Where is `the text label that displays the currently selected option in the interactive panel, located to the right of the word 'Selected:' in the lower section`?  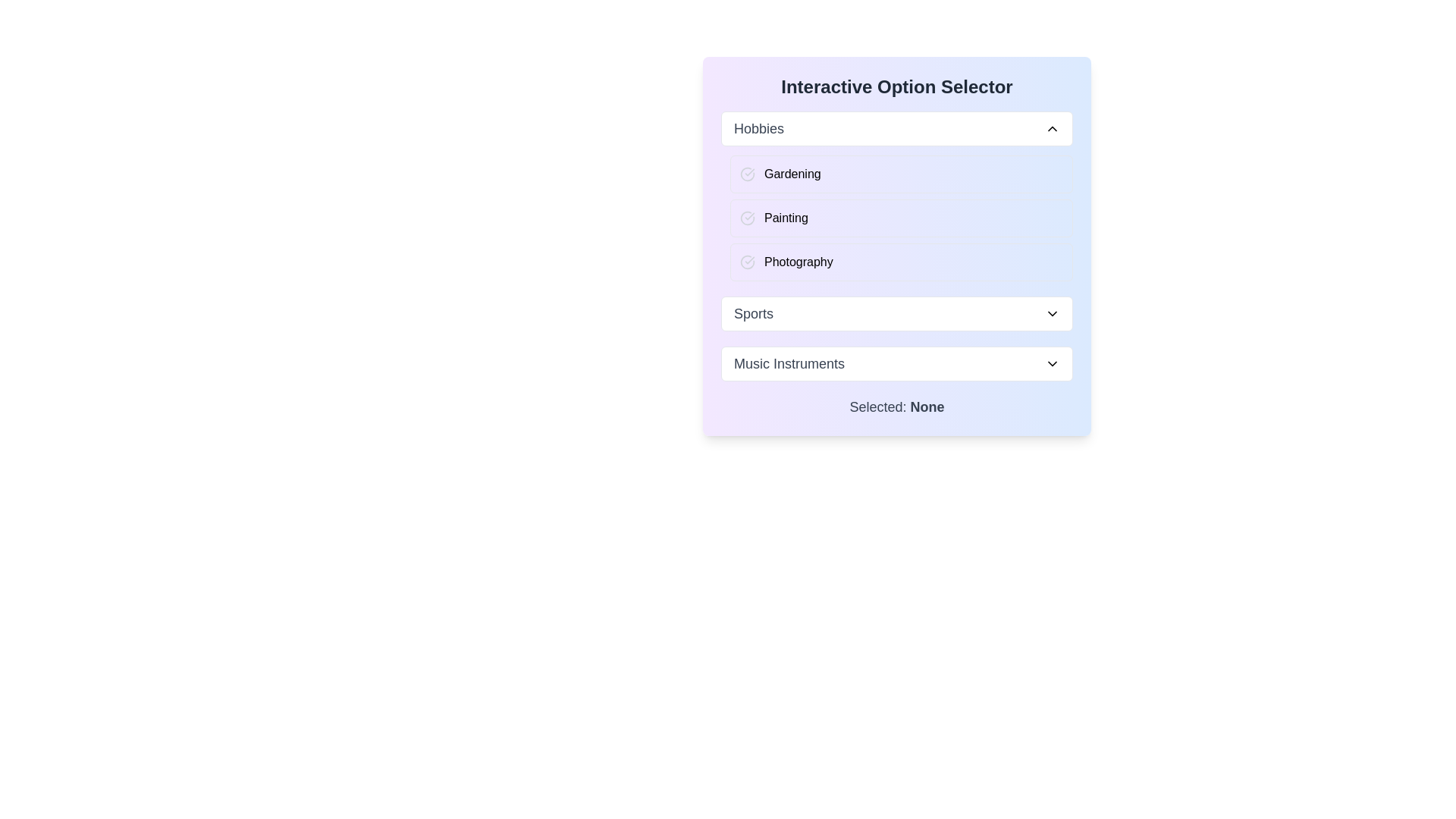
the text label that displays the currently selected option in the interactive panel, located to the right of the word 'Selected:' in the lower section is located at coordinates (927, 406).